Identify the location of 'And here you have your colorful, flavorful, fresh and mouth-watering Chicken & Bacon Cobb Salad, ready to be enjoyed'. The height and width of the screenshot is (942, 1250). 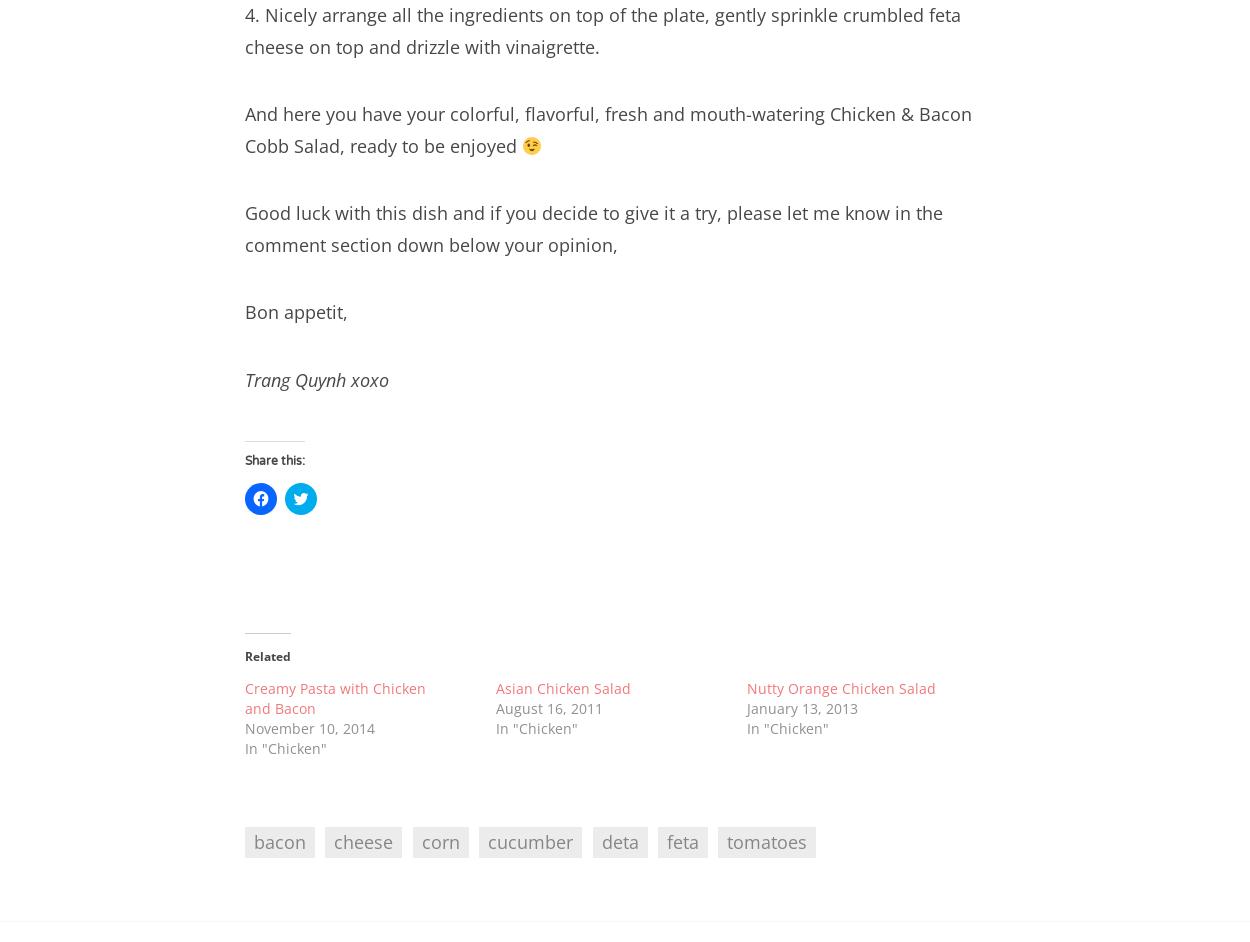
(607, 129).